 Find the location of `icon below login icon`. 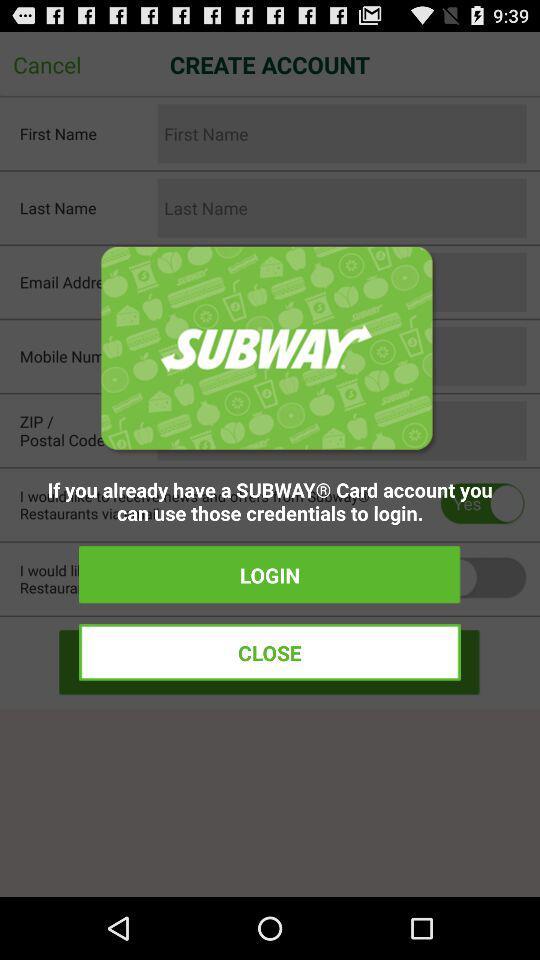

icon below login icon is located at coordinates (270, 651).